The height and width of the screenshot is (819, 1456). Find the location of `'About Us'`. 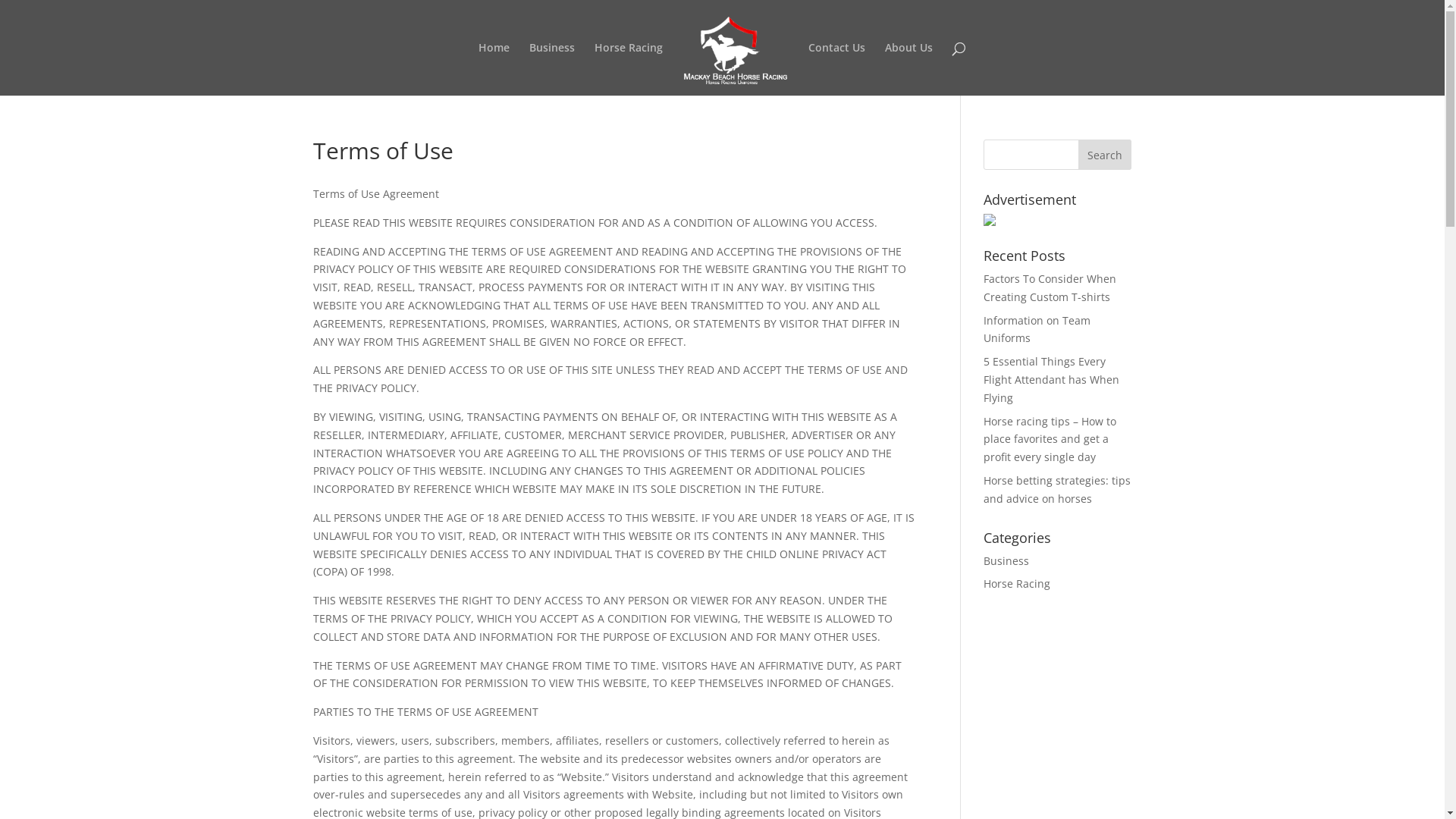

'About Us' is located at coordinates (908, 69).